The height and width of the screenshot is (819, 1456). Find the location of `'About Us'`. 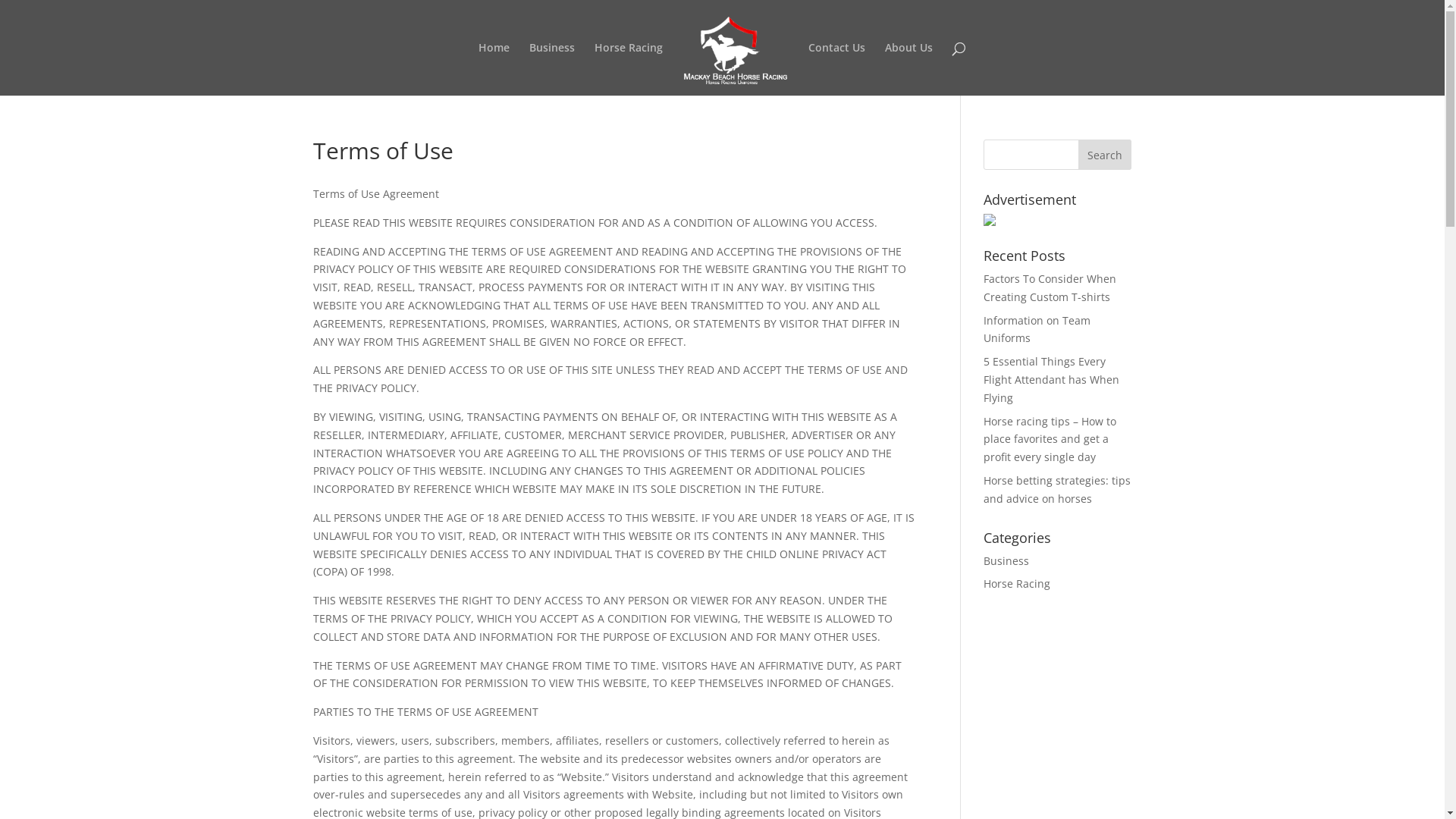

'About Us' is located at coordinates (908, 69).